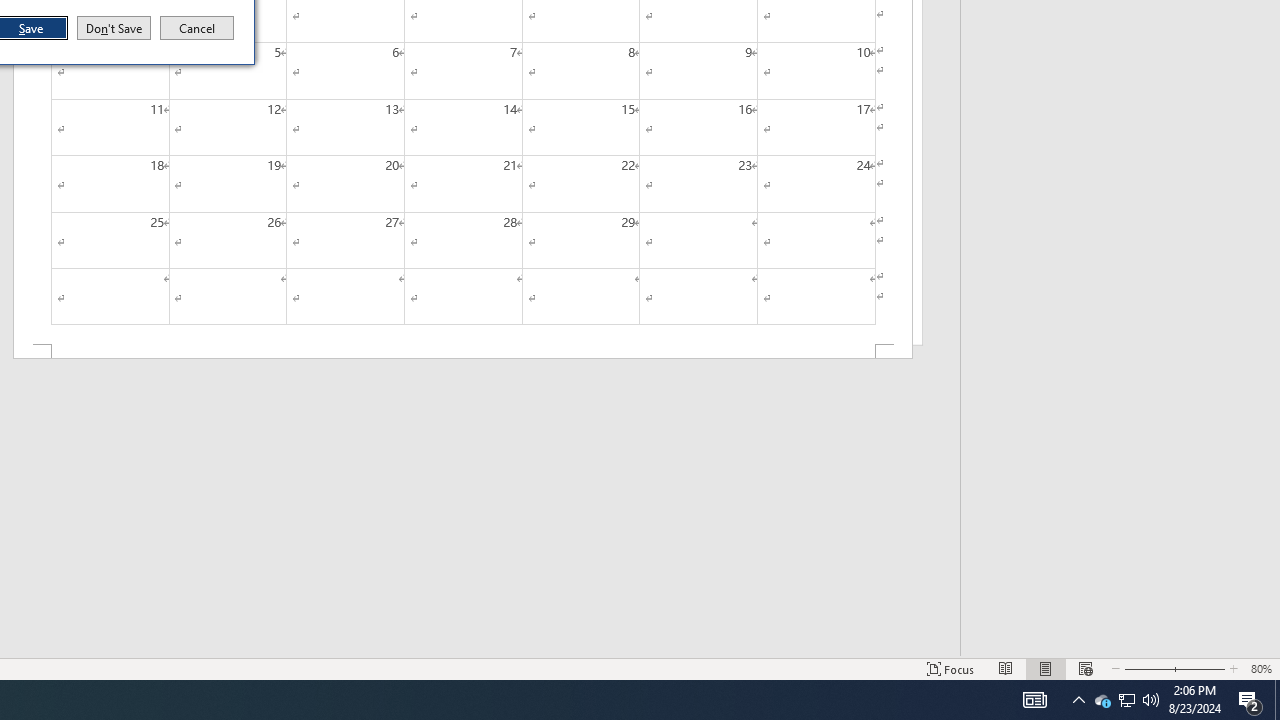 The width and height of the screenshot is (1280, 720). What do you see at coordinates (950, 669) in the screenshot?
I see `'Focus '` at bounding box center [950, 669].